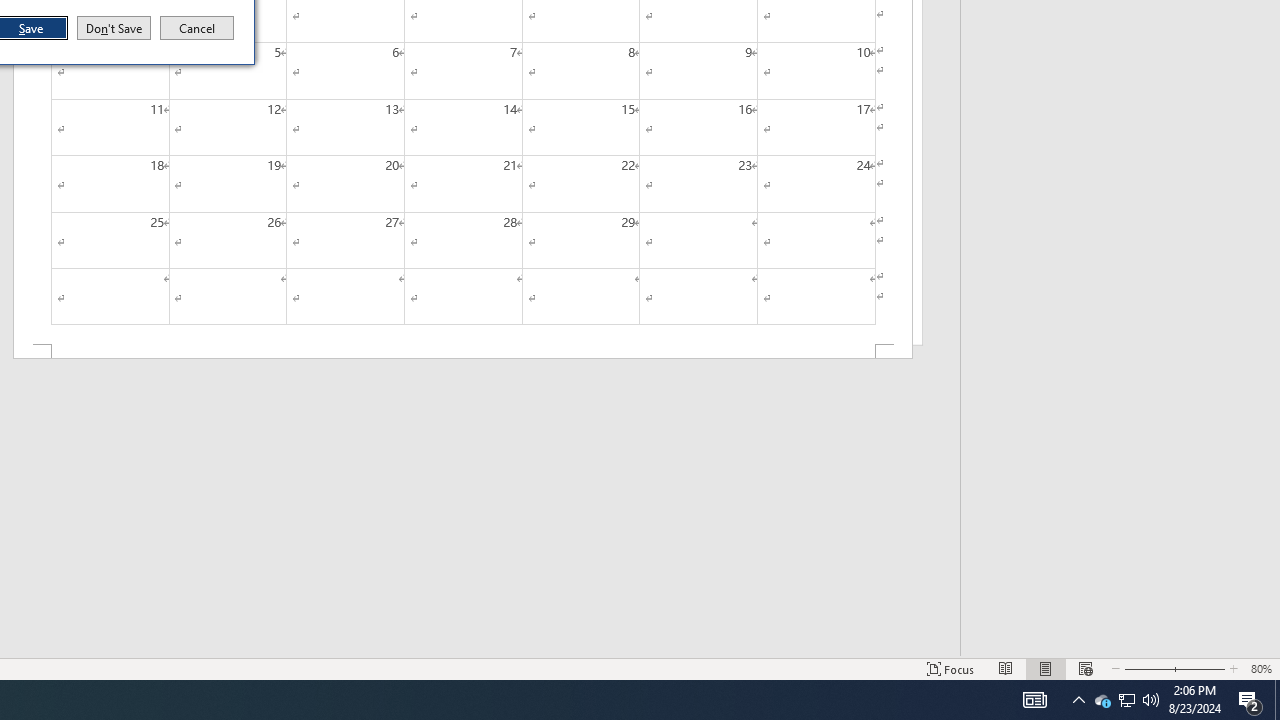 The width and height of the screenshot is (1280, 720). What do you see at coordinates (950, 669) in the screenshot?
I see `'Focus '` at bounding box center [950, 669].